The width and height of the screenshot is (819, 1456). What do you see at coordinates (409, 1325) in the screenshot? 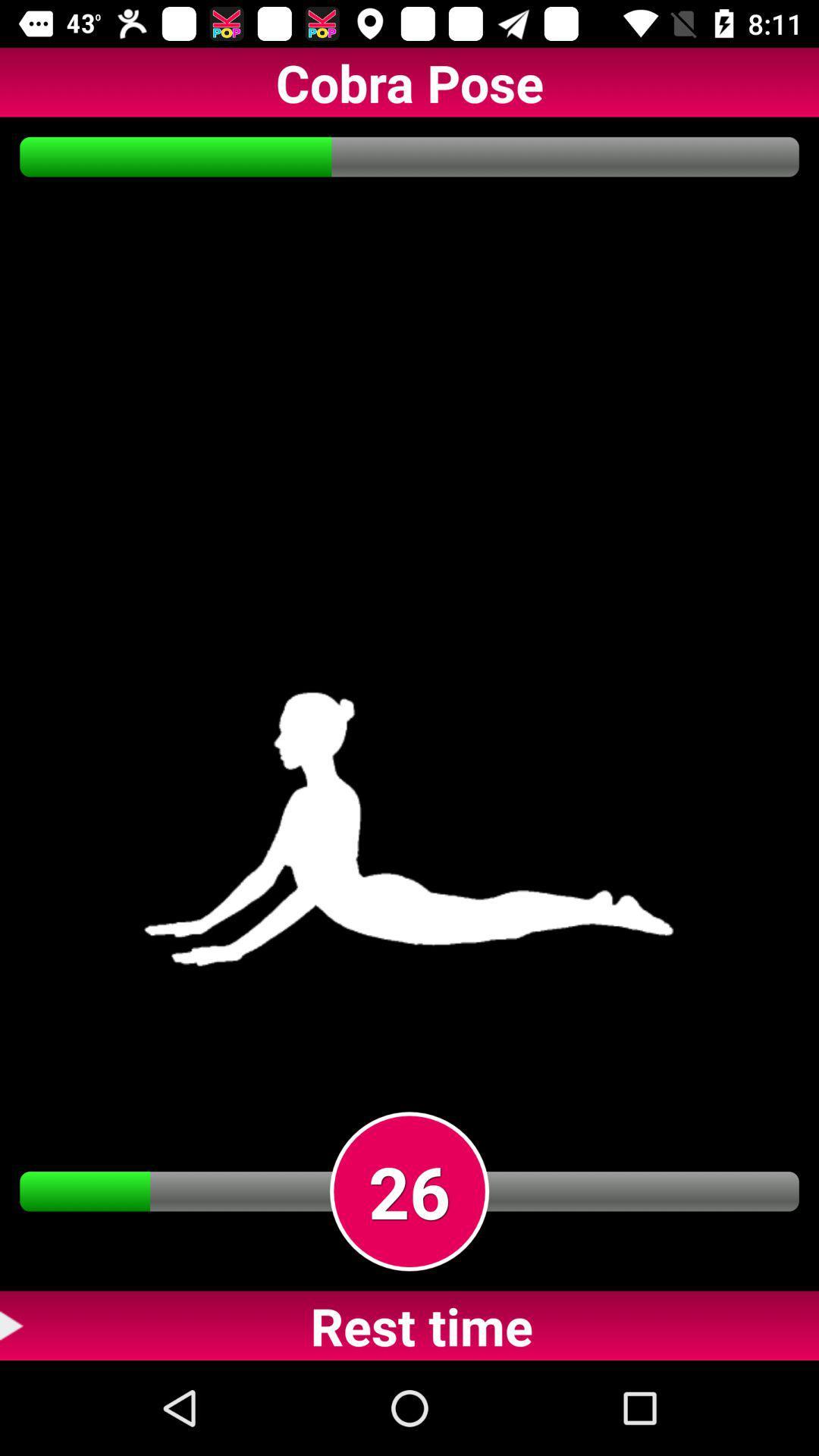
I see `the app below the 26` at bounding box center [409, 1325].